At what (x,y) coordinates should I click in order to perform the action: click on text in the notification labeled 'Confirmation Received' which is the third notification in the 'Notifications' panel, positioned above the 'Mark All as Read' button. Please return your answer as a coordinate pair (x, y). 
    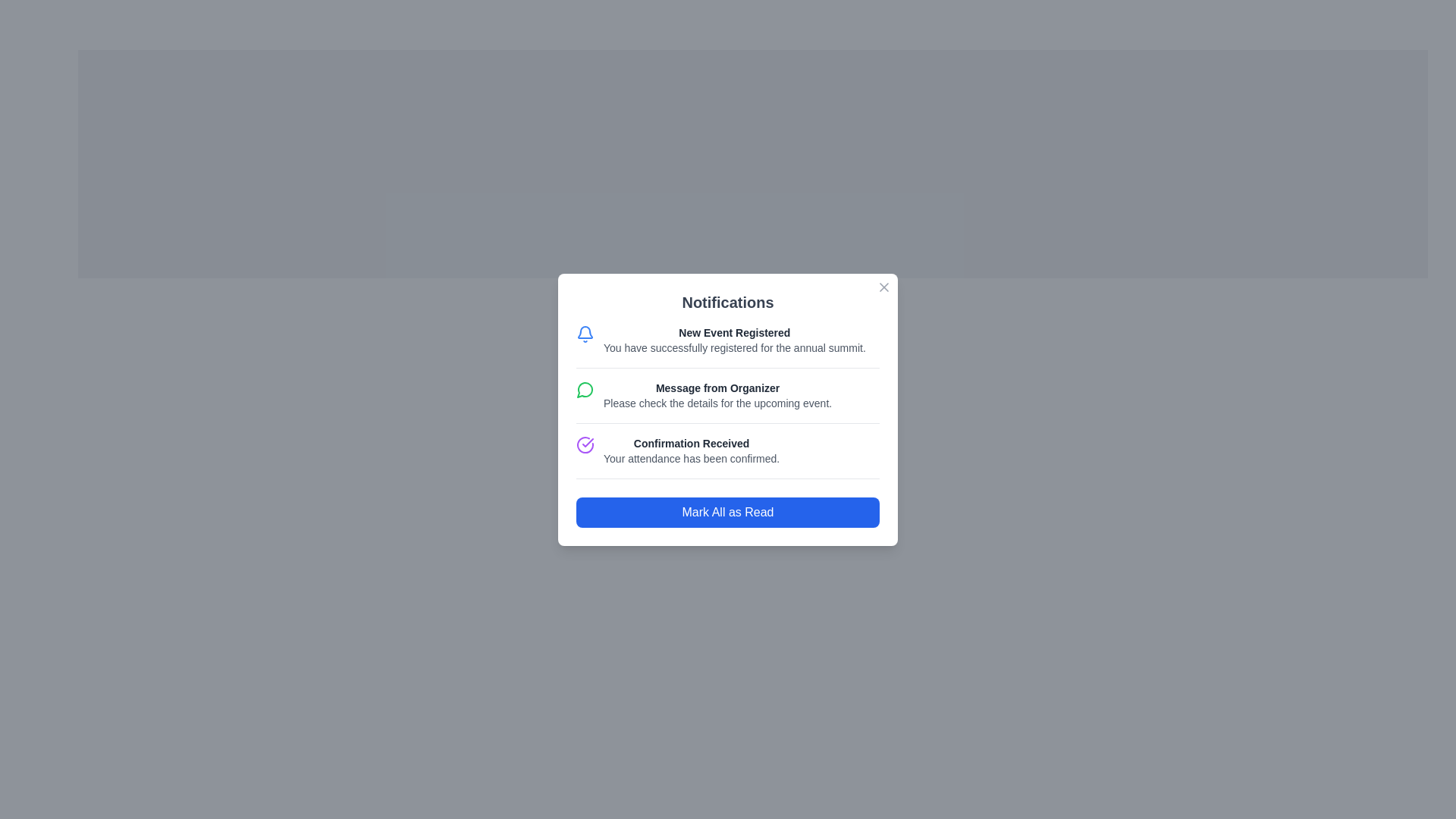
    Looking at the image, I should click on (691, 450).